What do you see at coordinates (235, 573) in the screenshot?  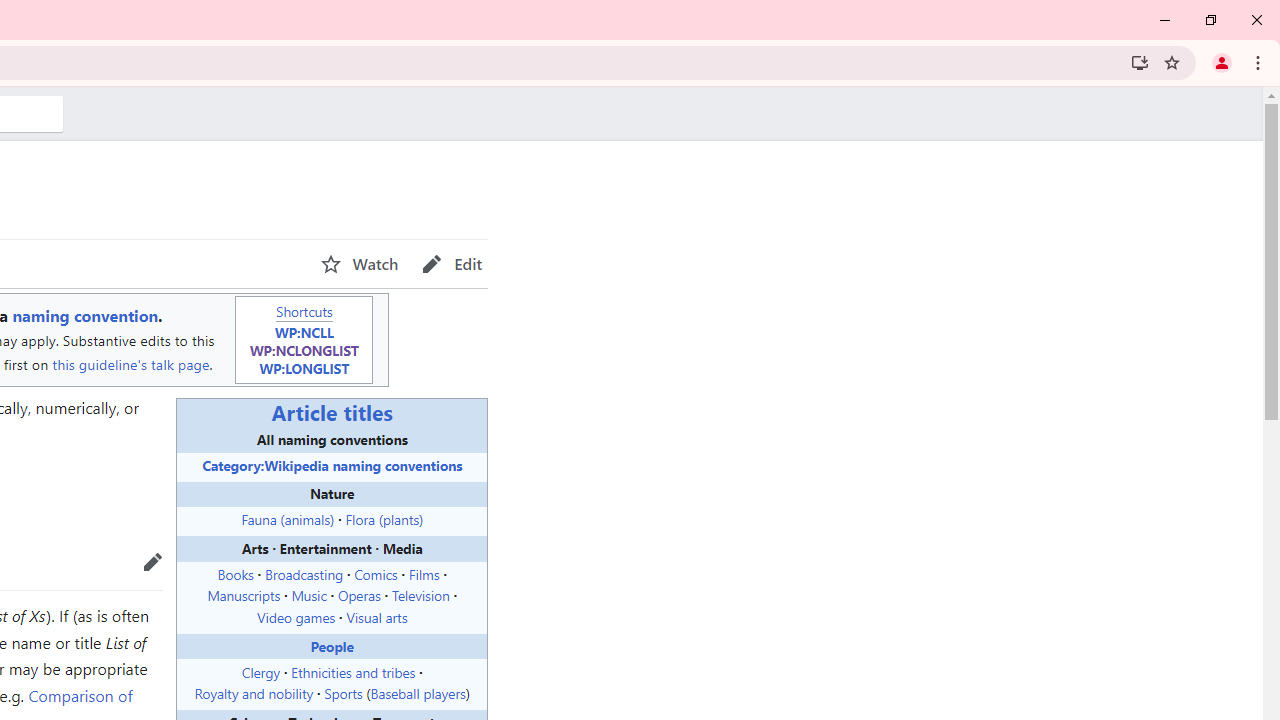 I see `'Books'` at bounding box center [235, 573].